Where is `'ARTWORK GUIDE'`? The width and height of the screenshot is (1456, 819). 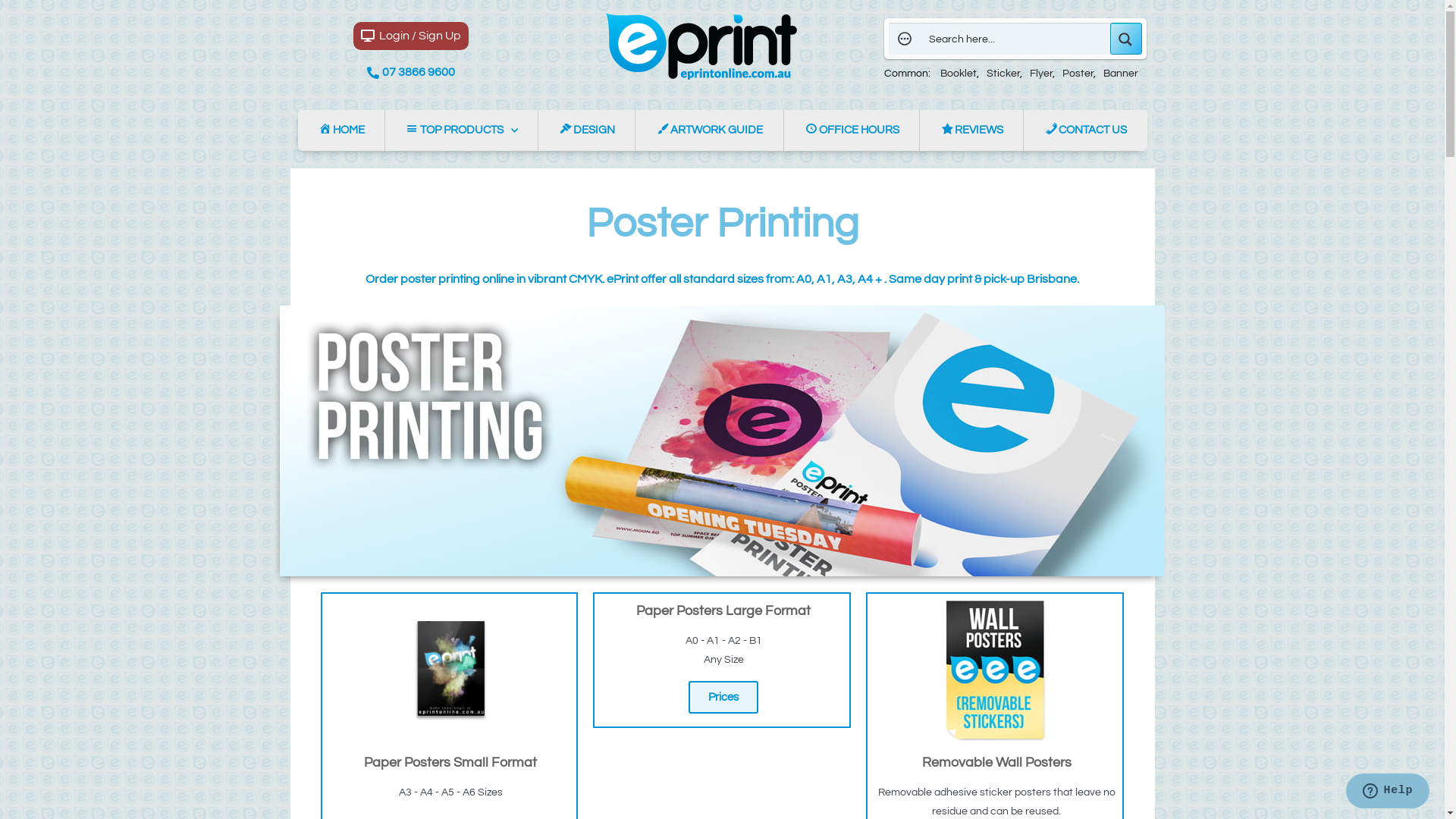
'ARTWORK GUIDE' is located at coordinates (708, 130).